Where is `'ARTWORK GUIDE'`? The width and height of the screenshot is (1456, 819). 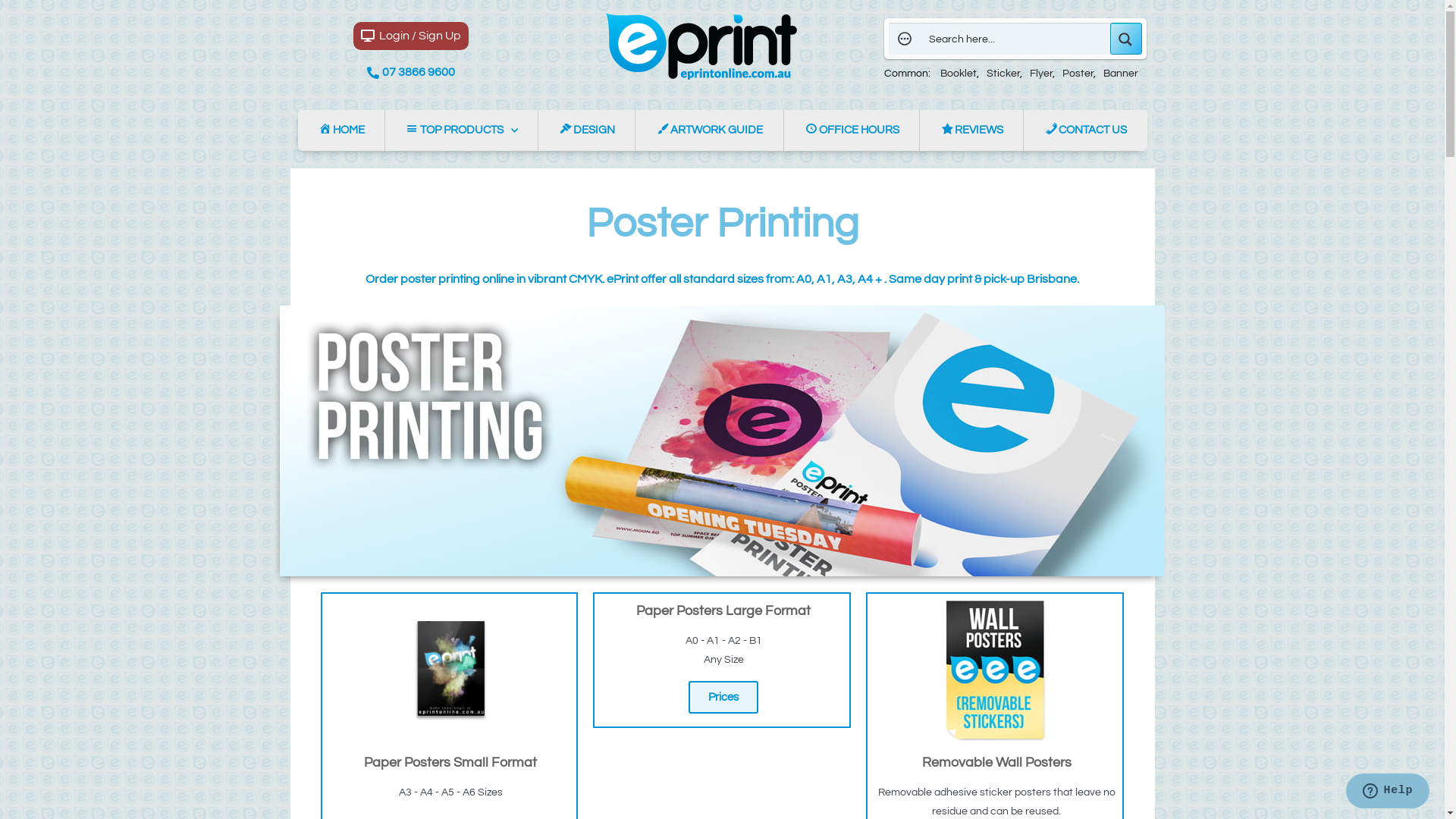
'ARTWORK GUIDE' is located at coordinates (708, 130).